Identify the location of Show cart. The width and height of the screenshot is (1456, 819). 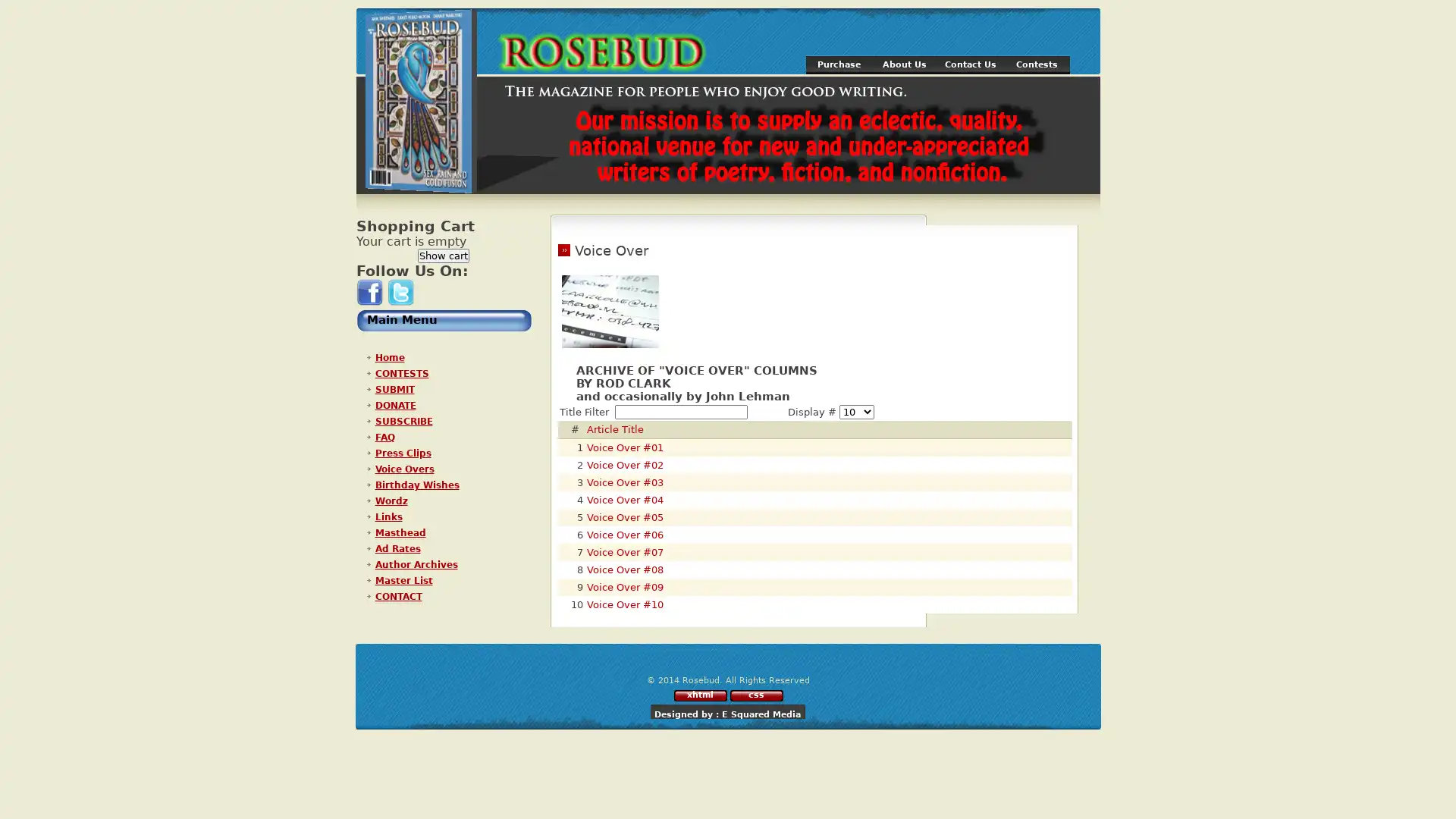
(443, 255).